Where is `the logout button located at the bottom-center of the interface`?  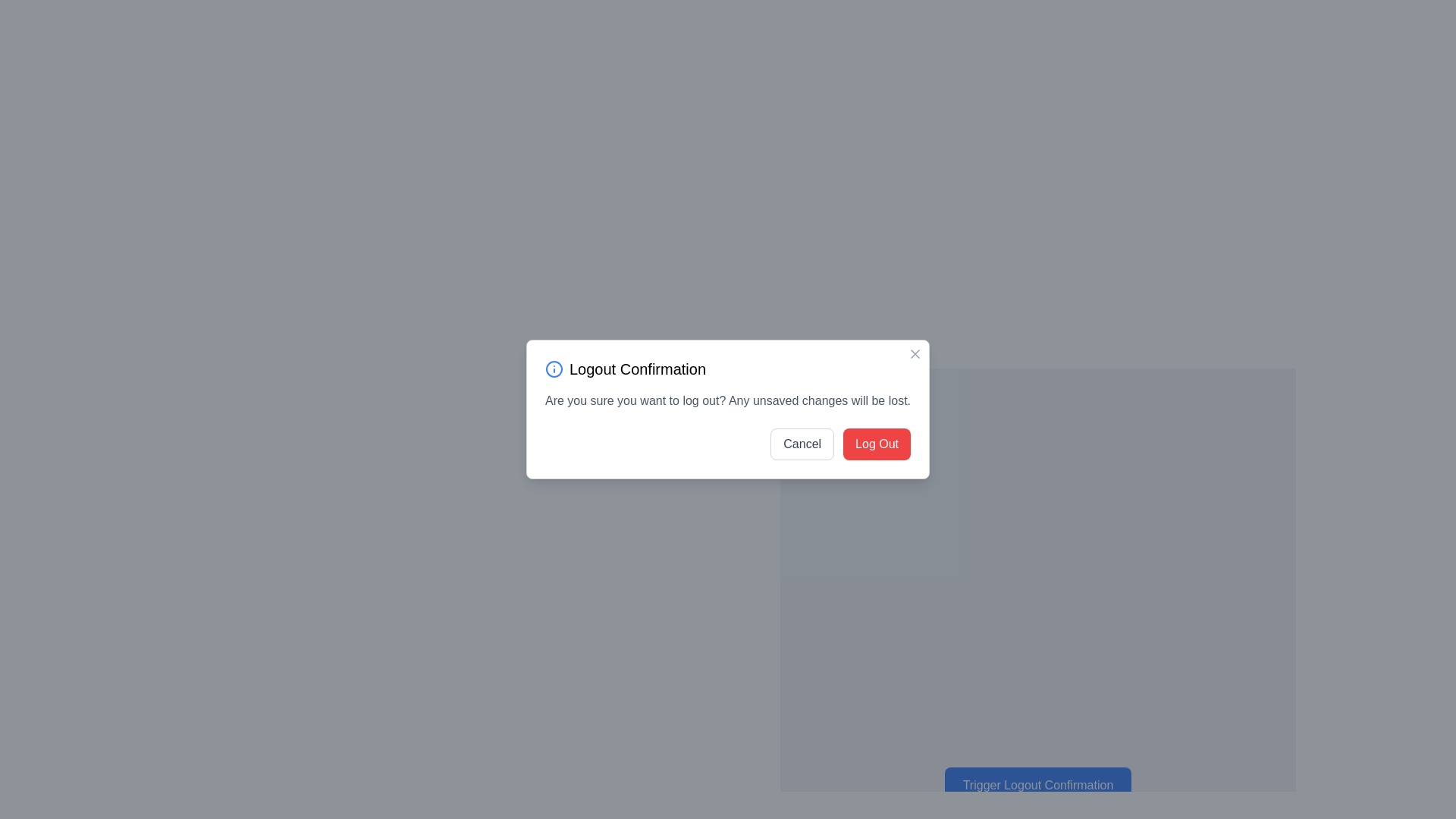
the logout button located at the bottom-center of the interface is located at coordinates (1037, 778).